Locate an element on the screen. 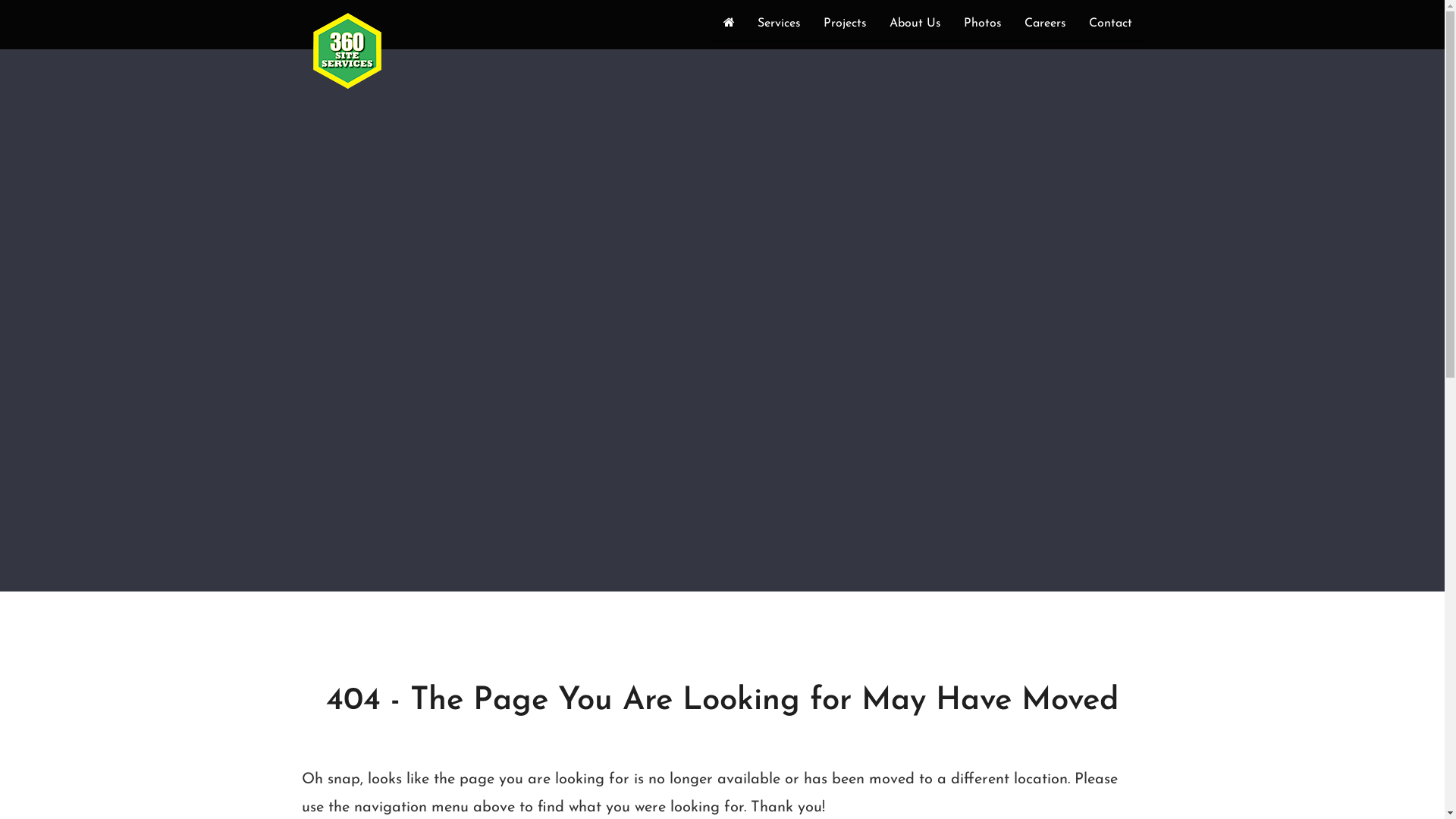  'Photos' is located at coordinates (983, 25).